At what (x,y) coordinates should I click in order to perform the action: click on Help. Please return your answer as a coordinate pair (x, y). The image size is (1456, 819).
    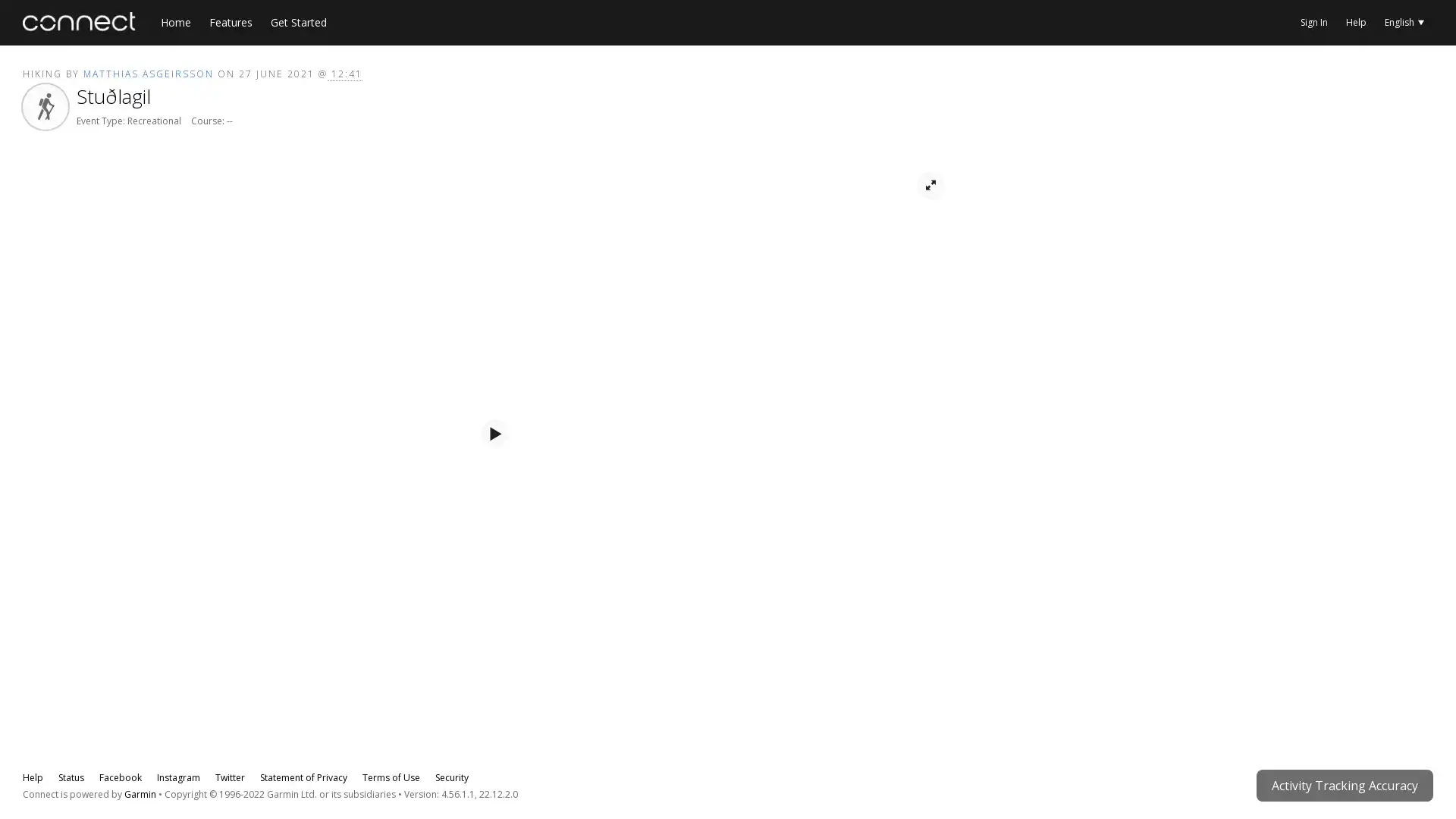
    Looking at the image, I should click on (75, 714).